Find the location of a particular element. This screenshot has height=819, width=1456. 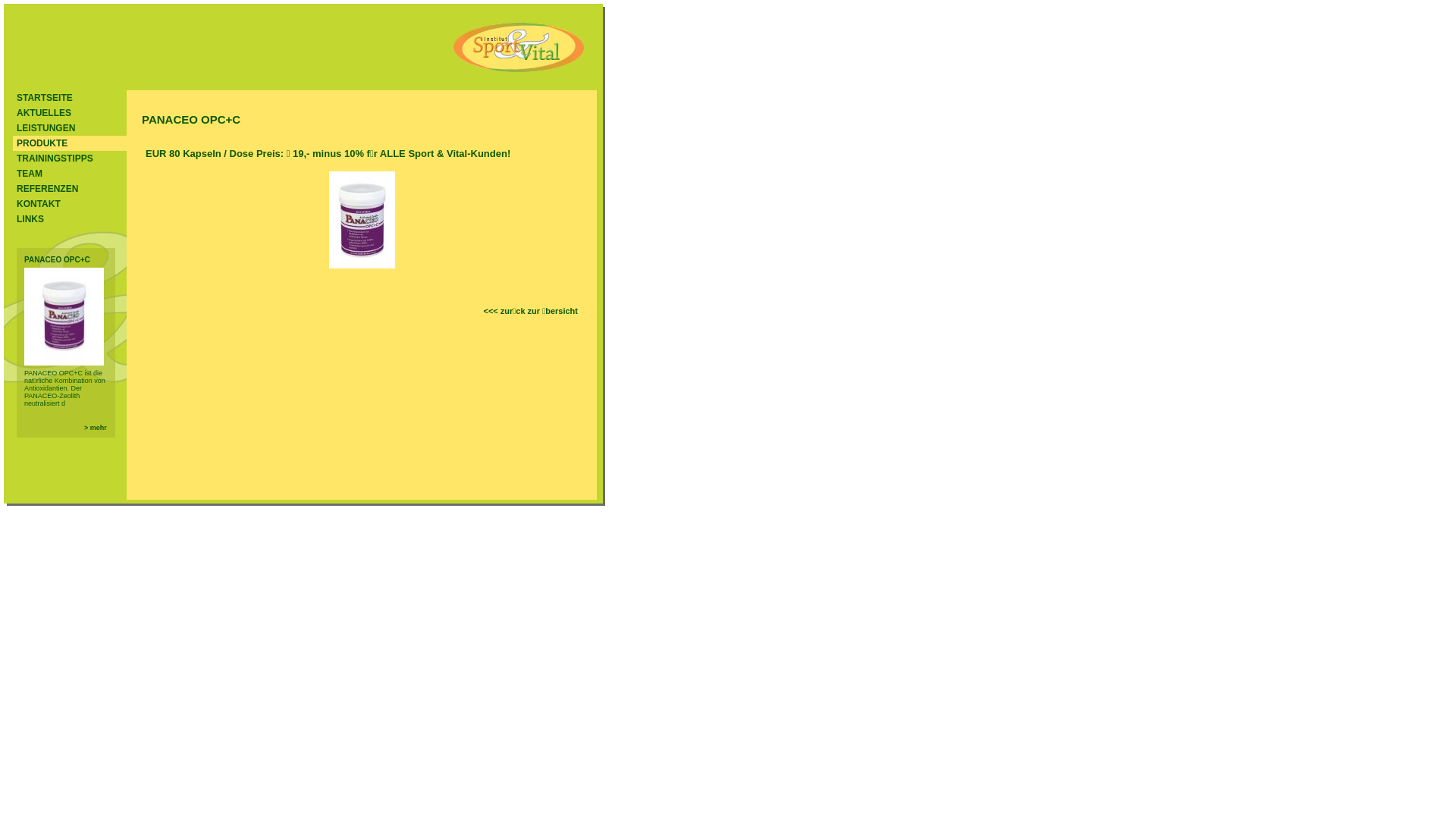

'AKTUELLES' is located at coordinates (13, 112).